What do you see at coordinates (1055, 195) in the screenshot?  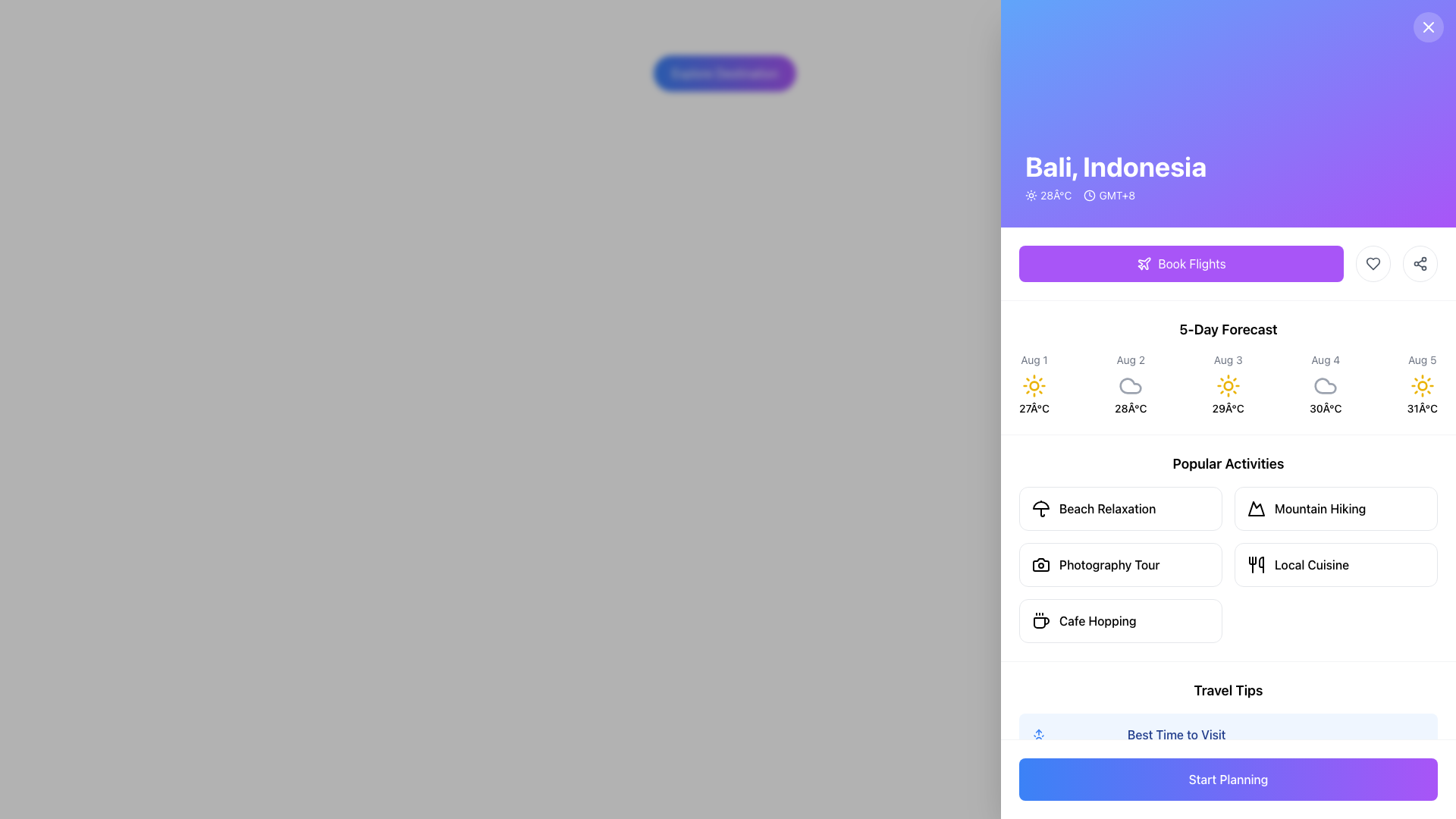 I see `the text displaying "28Â°C" that is styled with a modern sans-serif font and positioned next to the sun icon, which indicates weather information` at bounding box center [1055, 195].